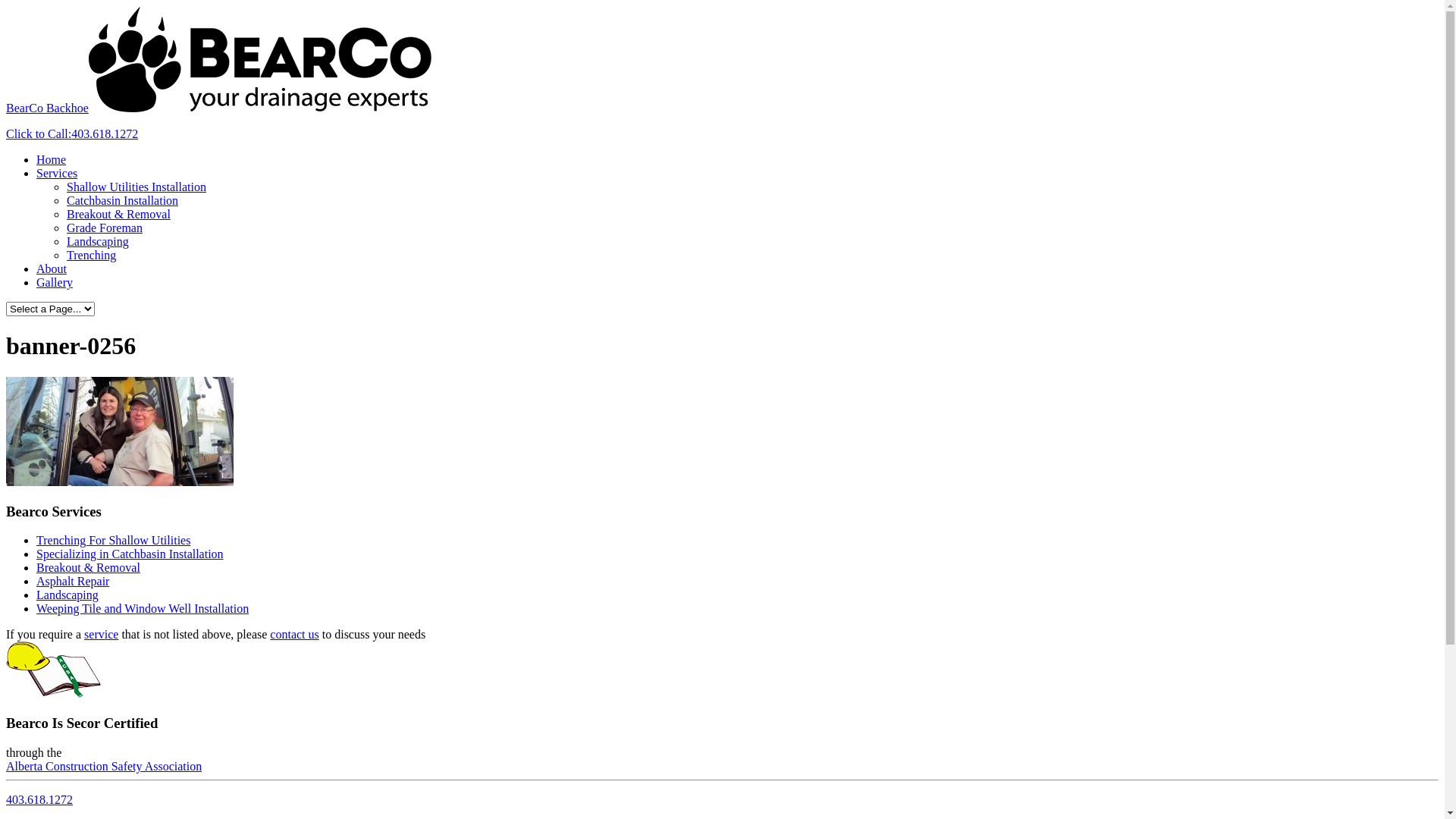  I want to click on 'About', so click(51, 268).